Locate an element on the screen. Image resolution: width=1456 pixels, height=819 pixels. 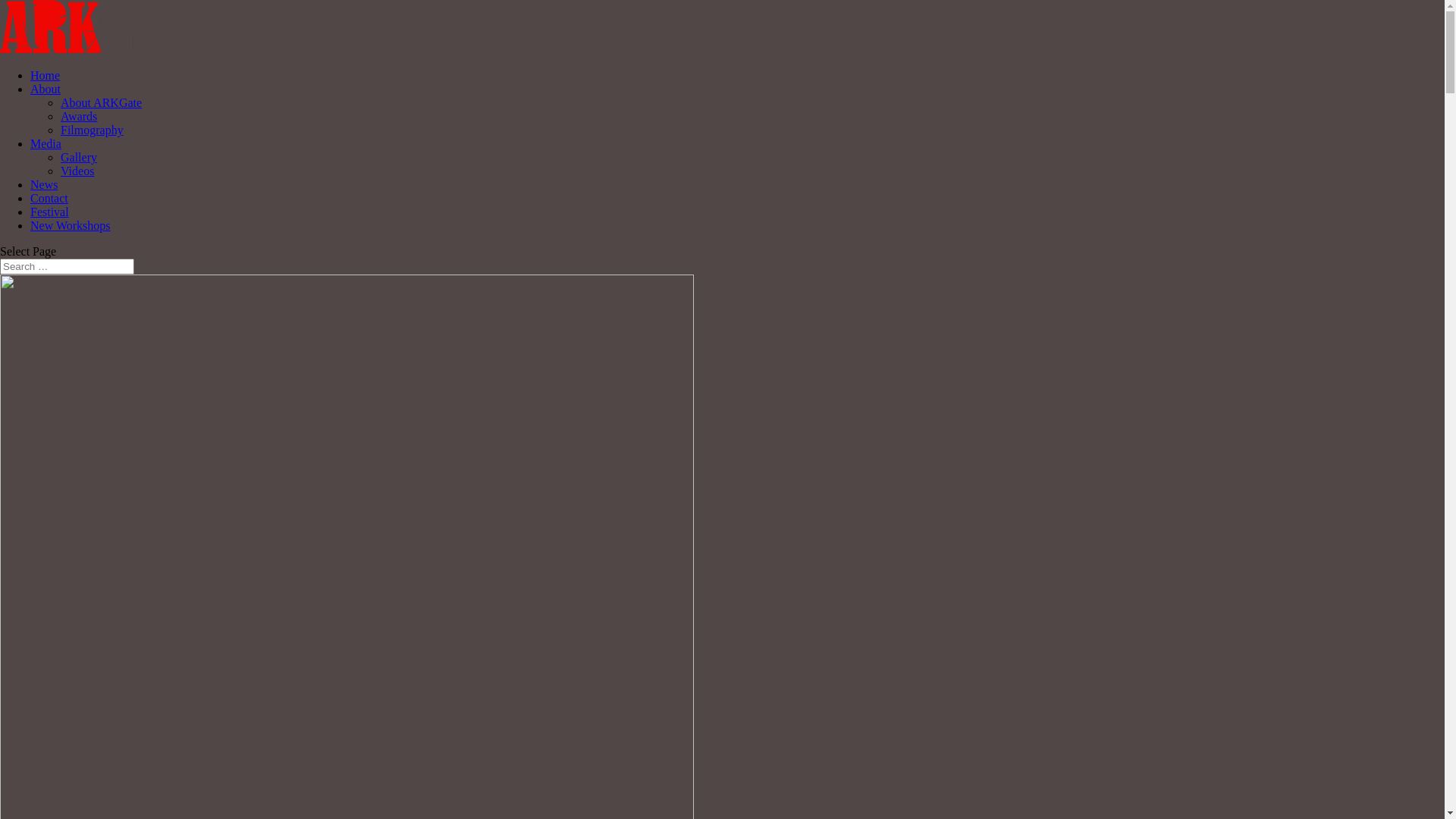
'Media' is located at coordinates (45, 143).